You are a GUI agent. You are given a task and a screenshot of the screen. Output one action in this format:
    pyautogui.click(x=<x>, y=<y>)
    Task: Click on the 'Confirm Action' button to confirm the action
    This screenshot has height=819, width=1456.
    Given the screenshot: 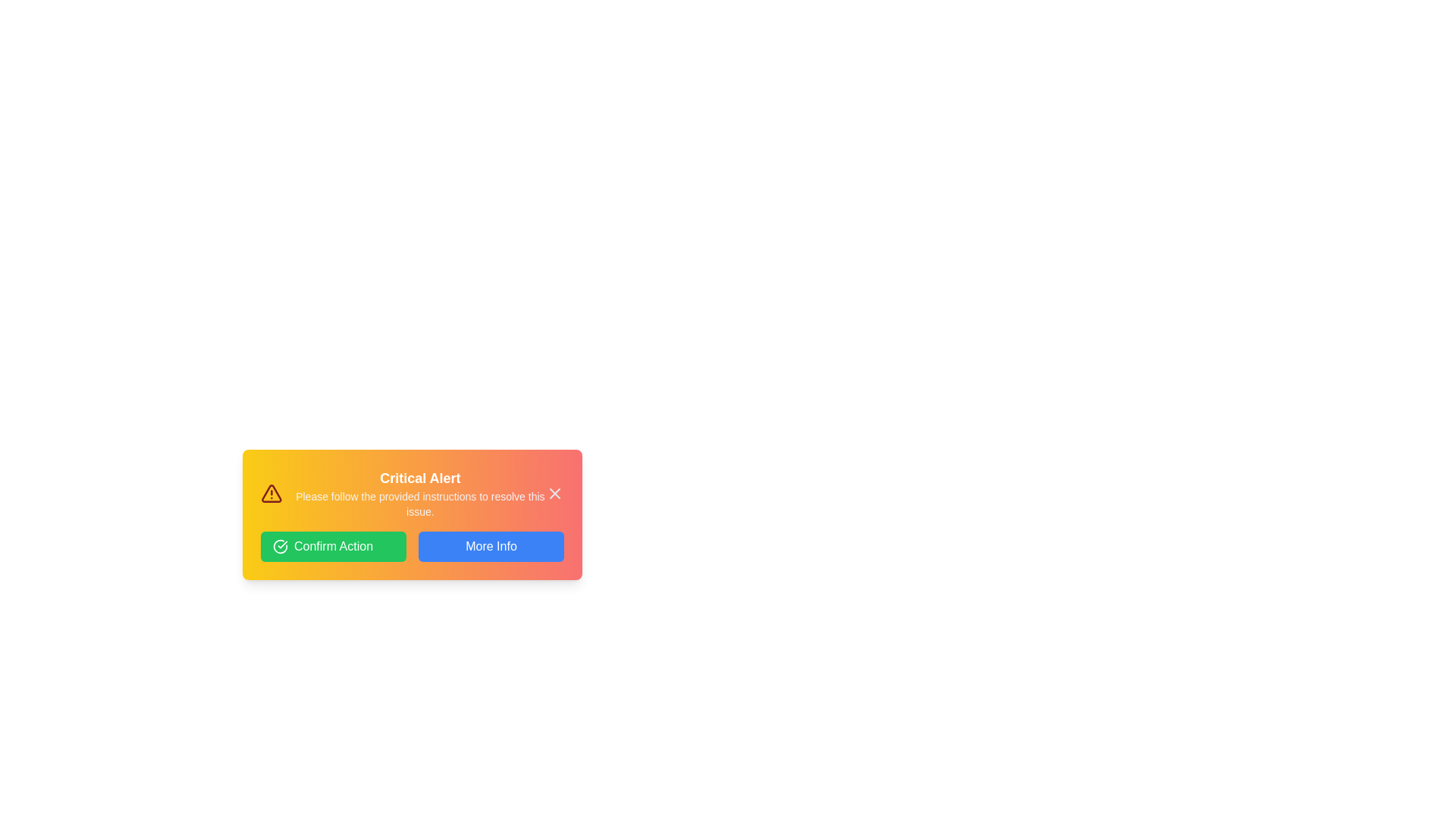 What is the action you would take?
    pyautogui.click(x=333, y=547)
    